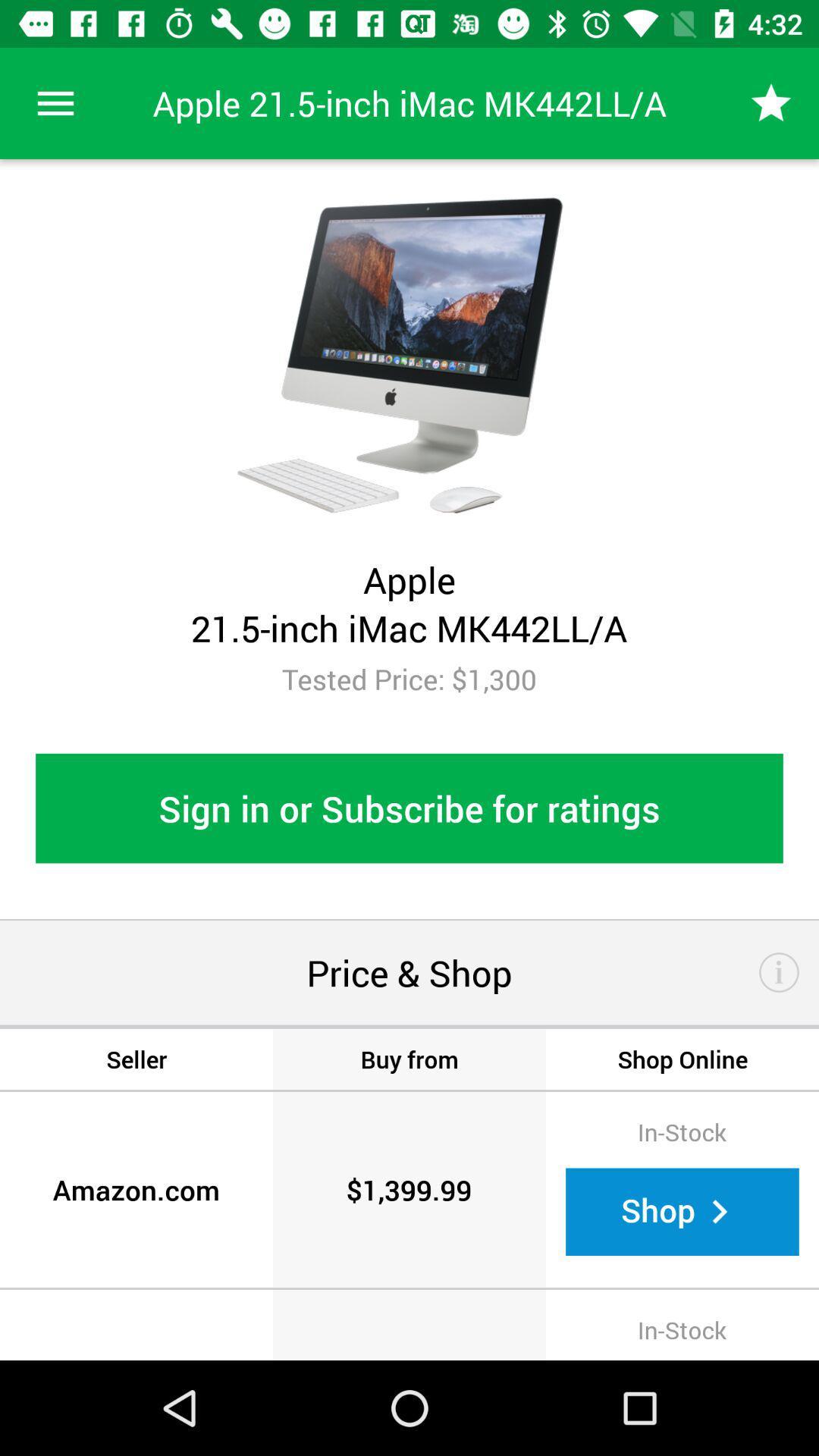 This screenshot has width=819, height=1456. I want to click on the item to the left of apple 21 5 icon, so click(55, 102).